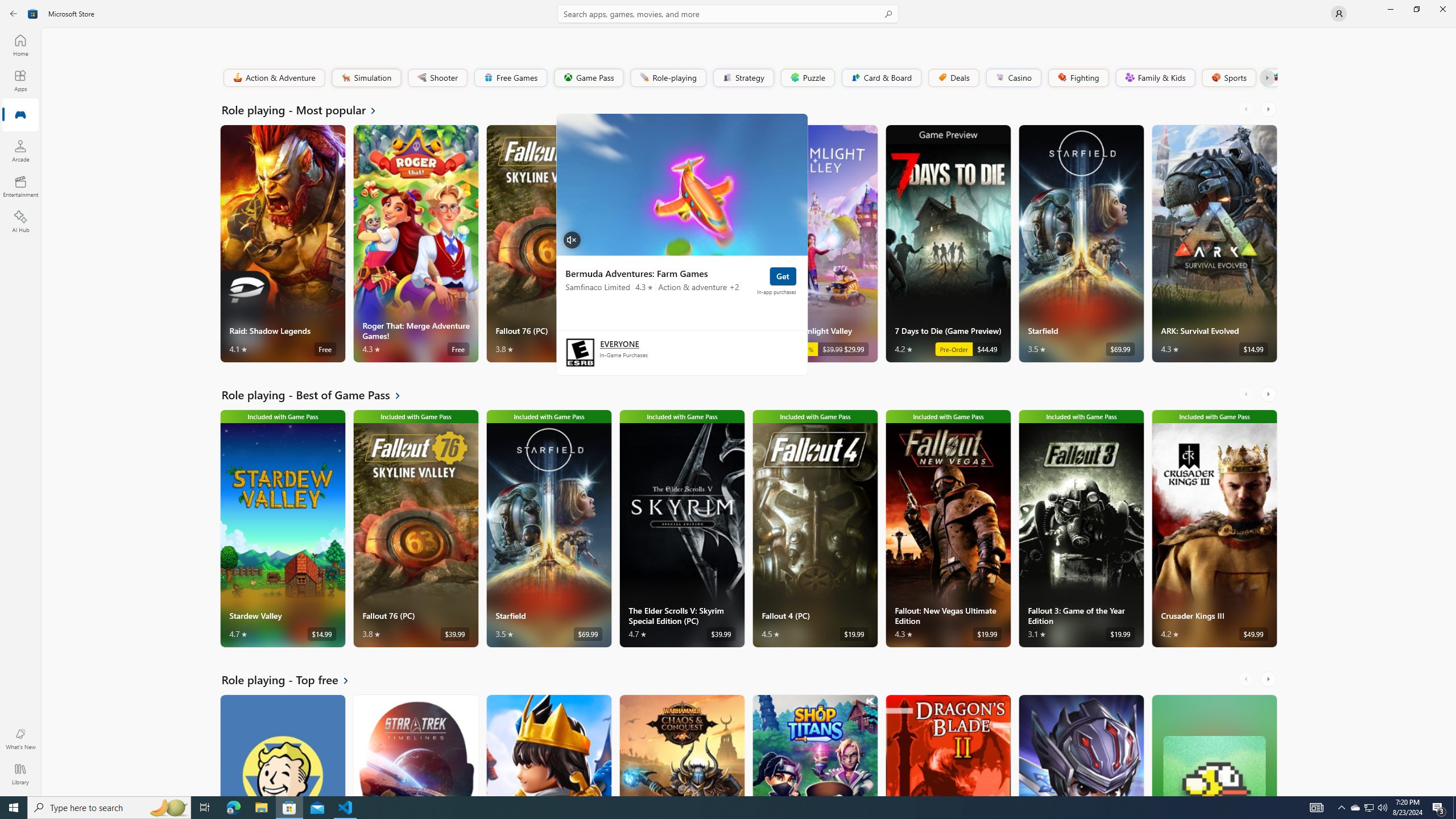 Image resolution: width=1456 pixels, height=819 pixels. I want to click on 'Starfield. Average rating of 3.5 out of five stars. $69.99  ', so click(1080, 243).